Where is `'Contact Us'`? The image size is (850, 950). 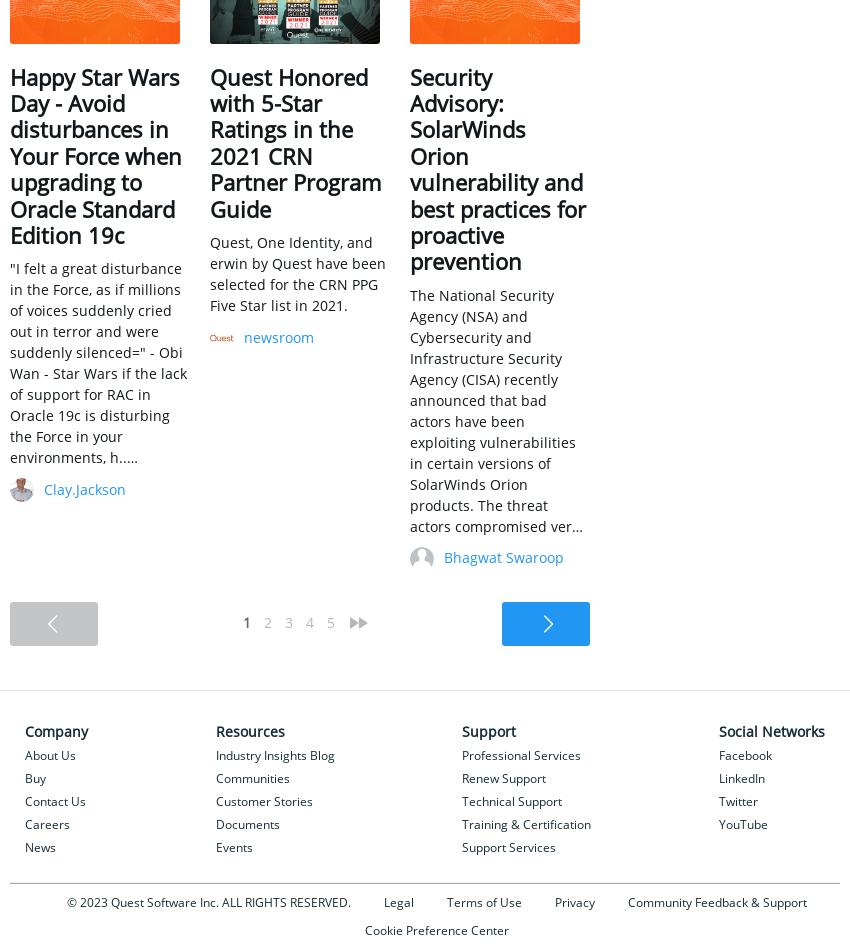 'Contact Us' is located at coordinates (55, 799).